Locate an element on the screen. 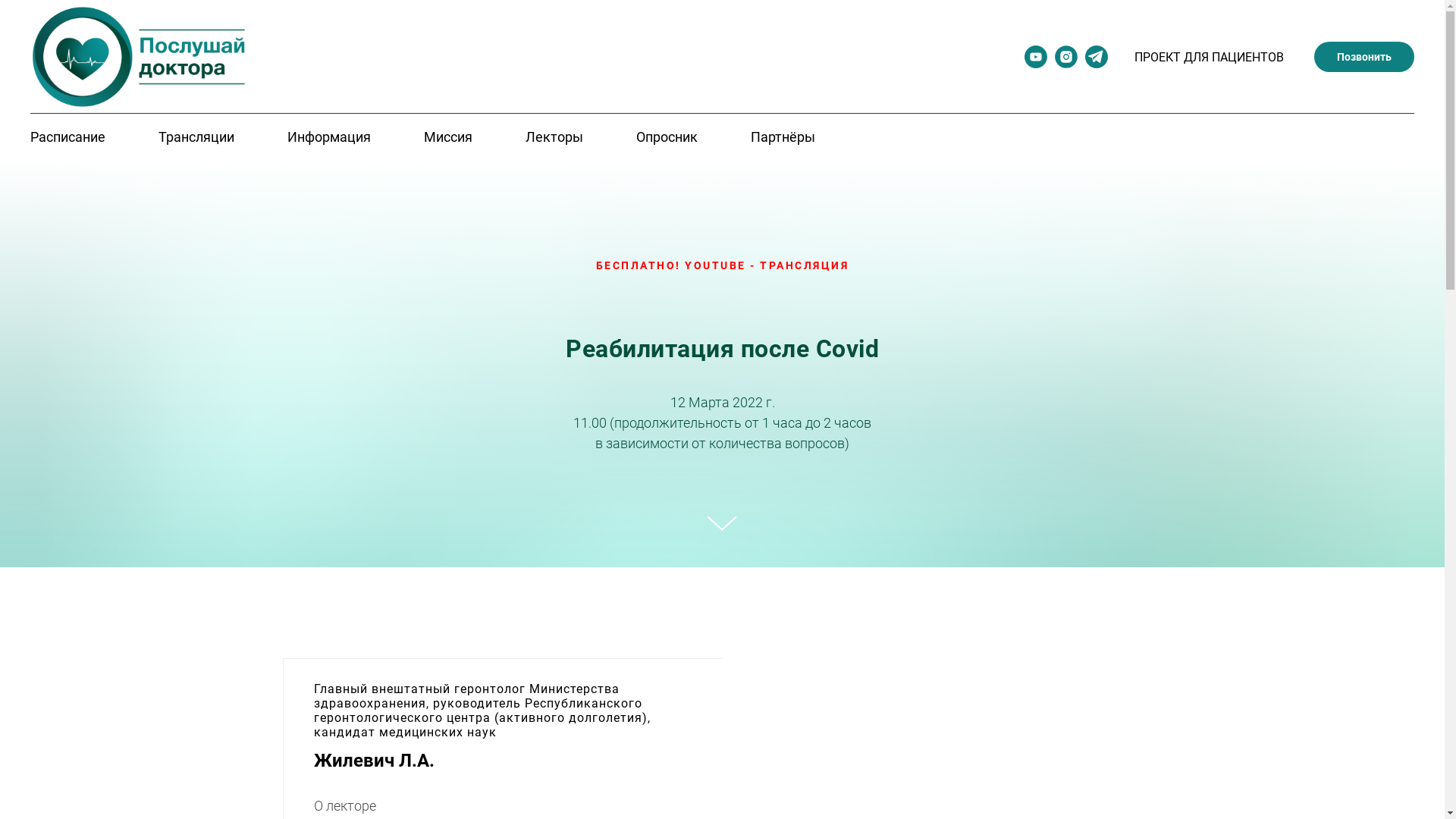  'Instagram' is located at coordinates (1065, 63).